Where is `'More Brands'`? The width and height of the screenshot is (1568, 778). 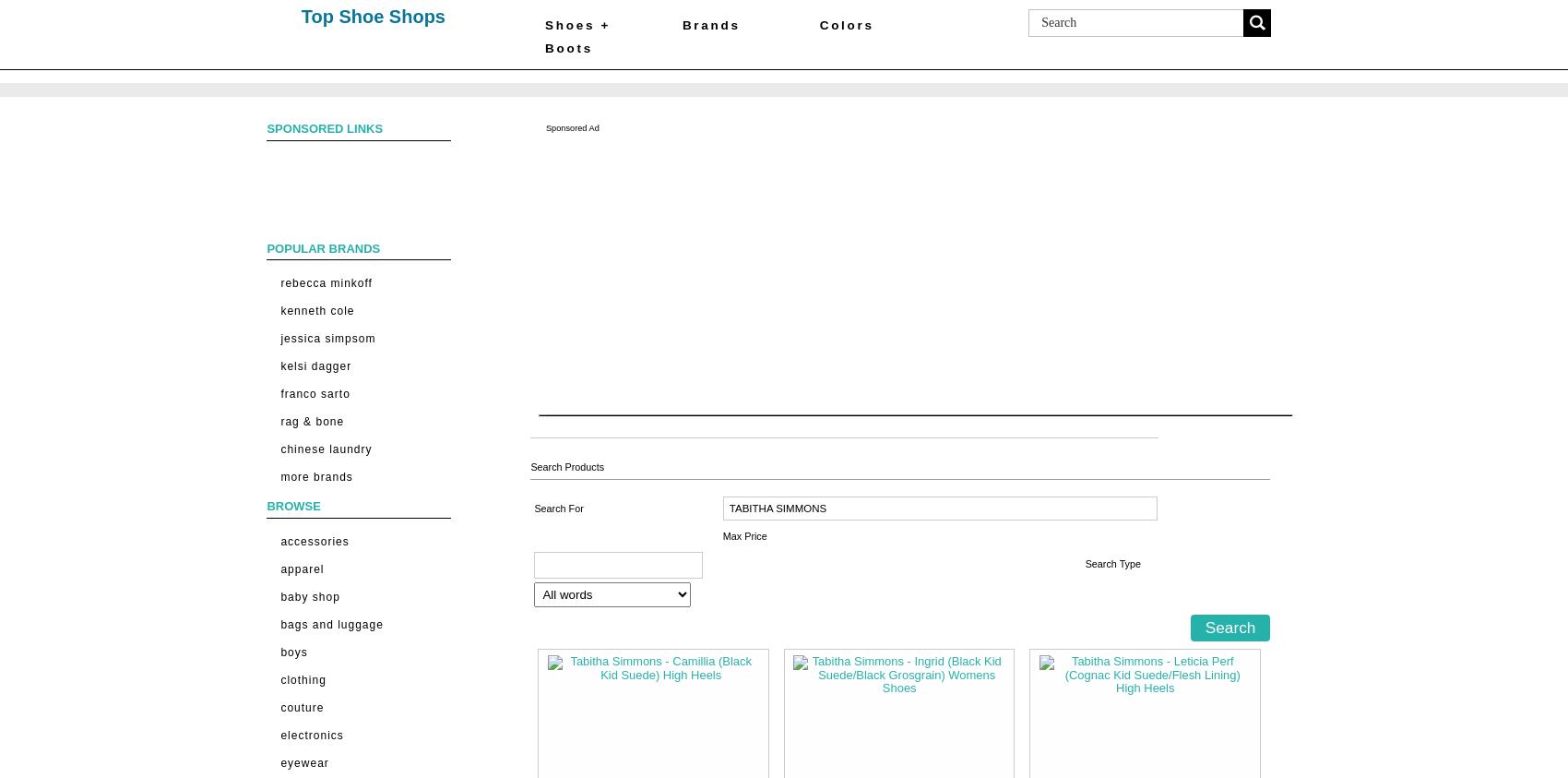 'More Brands' is located at coordinates (315, 477).